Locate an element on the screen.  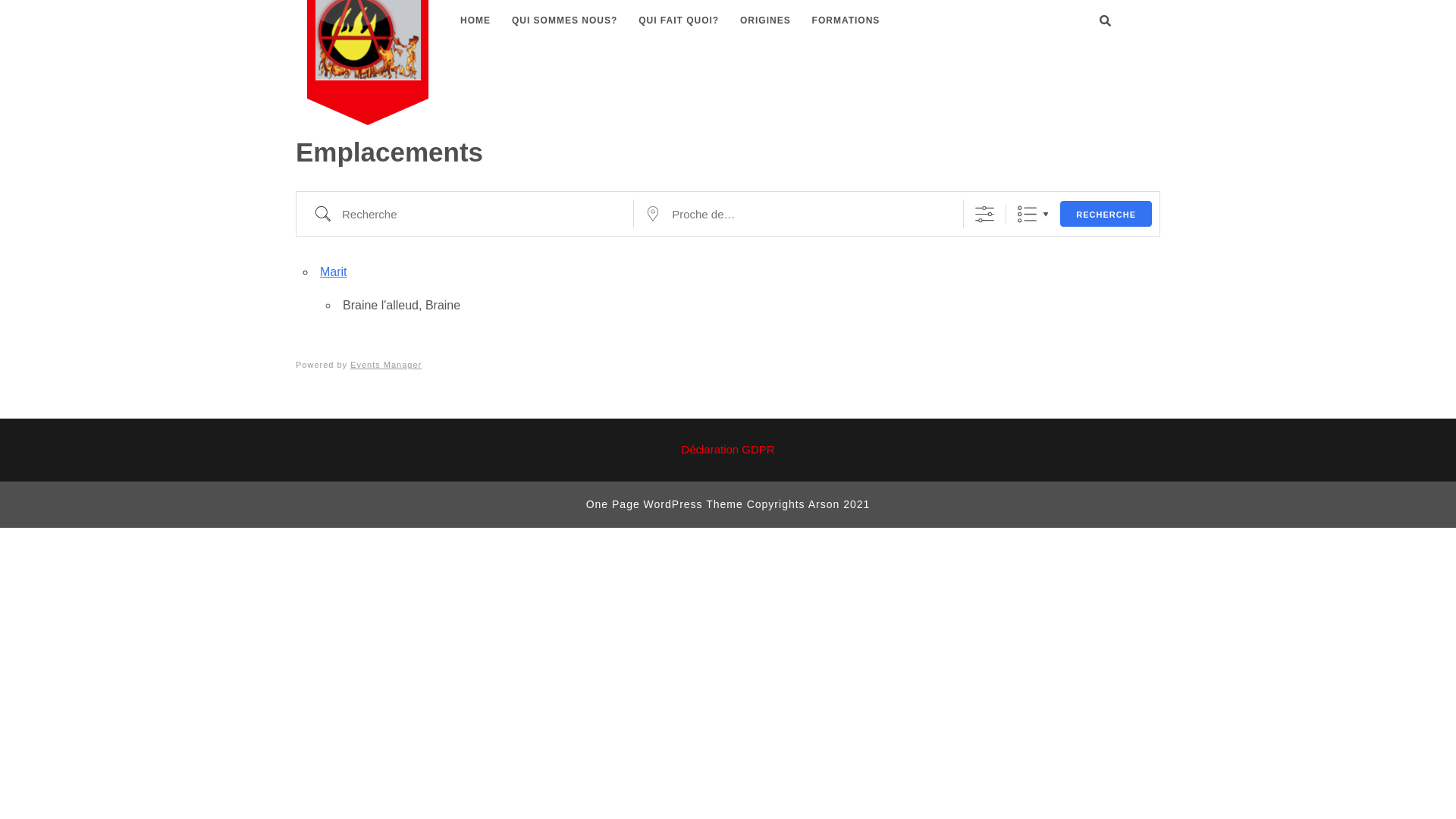
'HOME' is located at coordinates (475, 20).